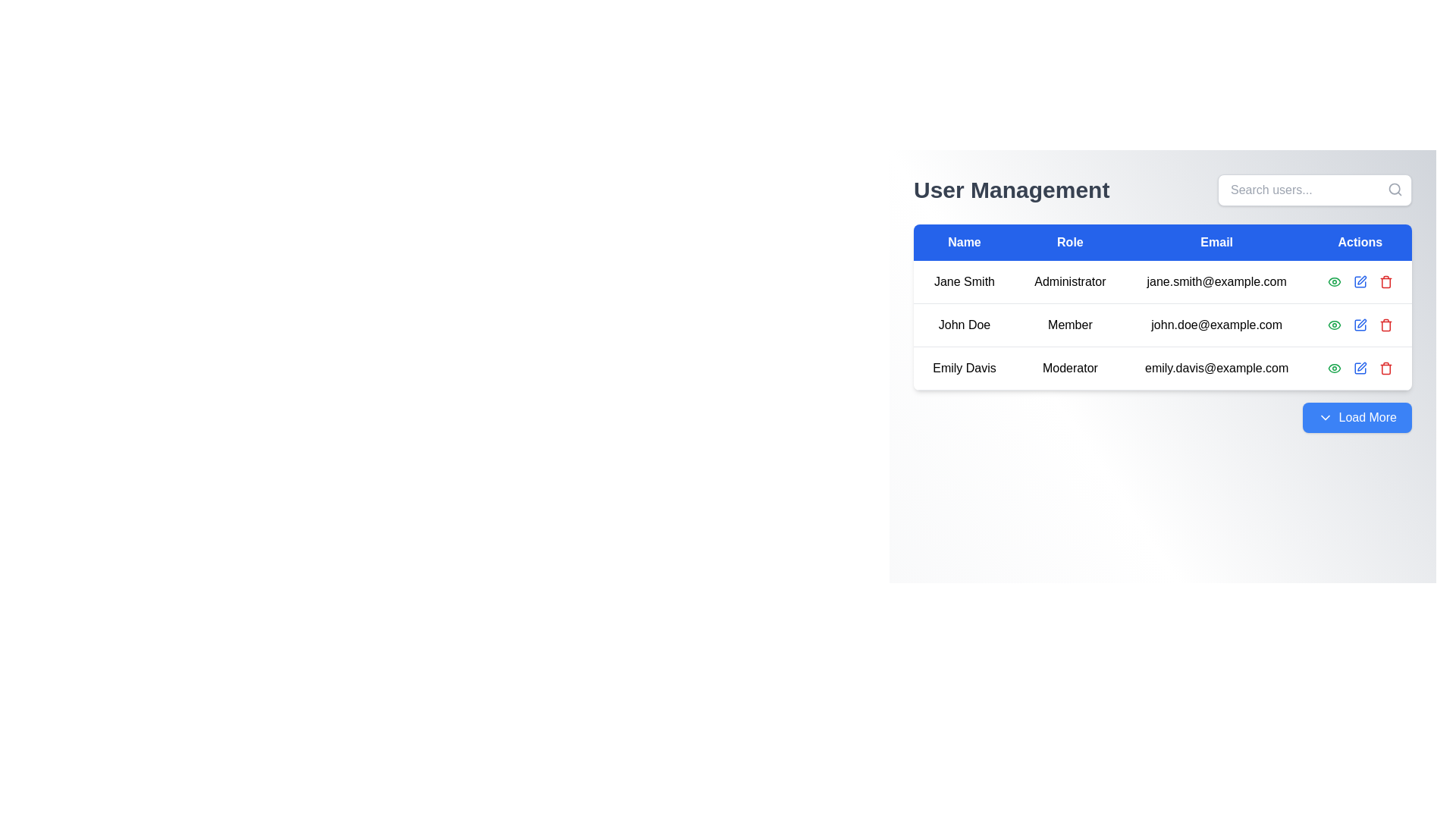 Image resolution: width=1456 pixels, height=819 pixels. What do you see at coordinates (1333, 324) in the screenshot?
I see `the green eye-shaped interactive icon located in the first position of the 'Actions' column in the second row of the user management table` at bounding box center [1333, 324].